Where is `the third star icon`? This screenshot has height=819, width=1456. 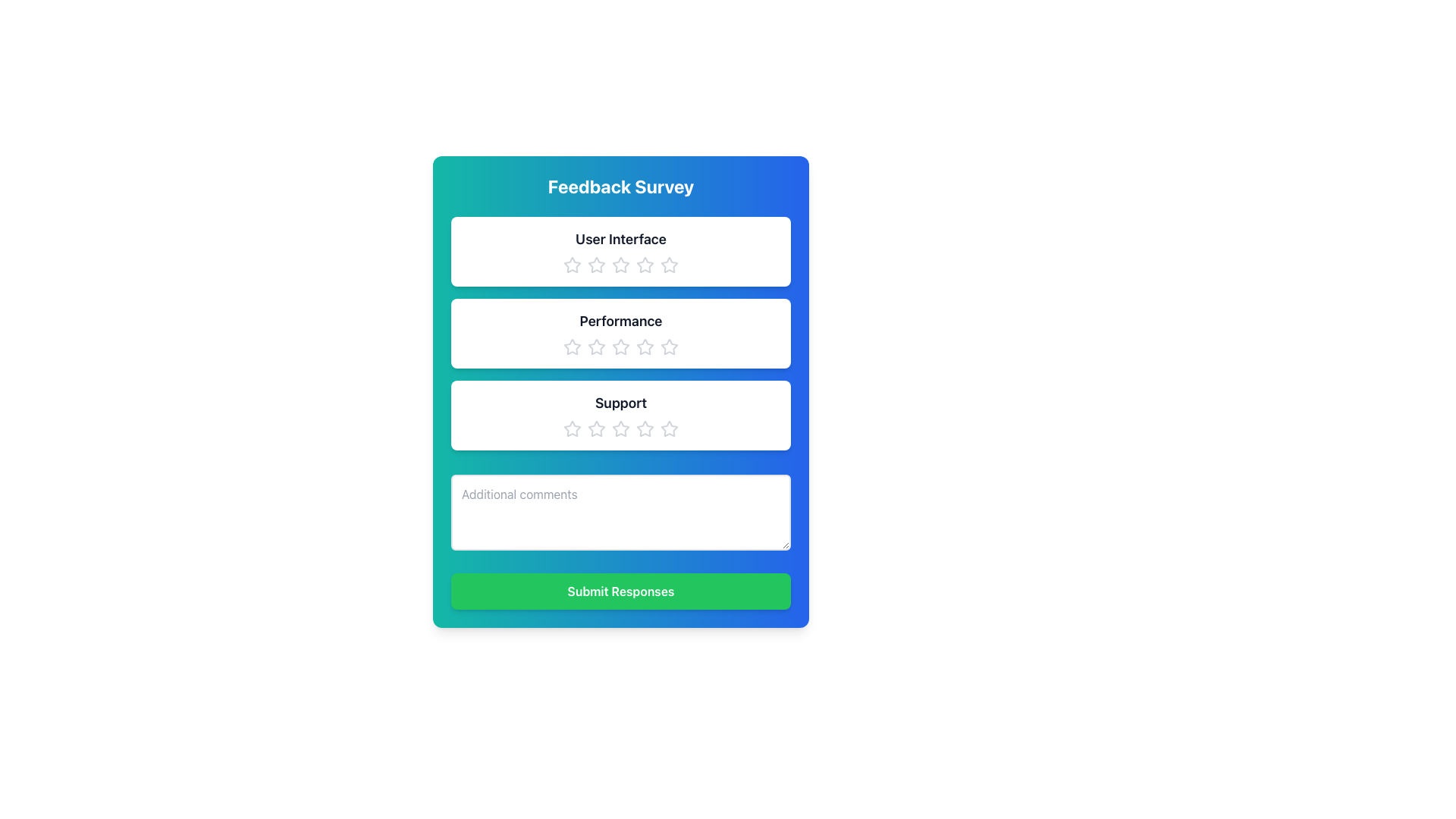 the third star icon is located at coordinates (668, 346).